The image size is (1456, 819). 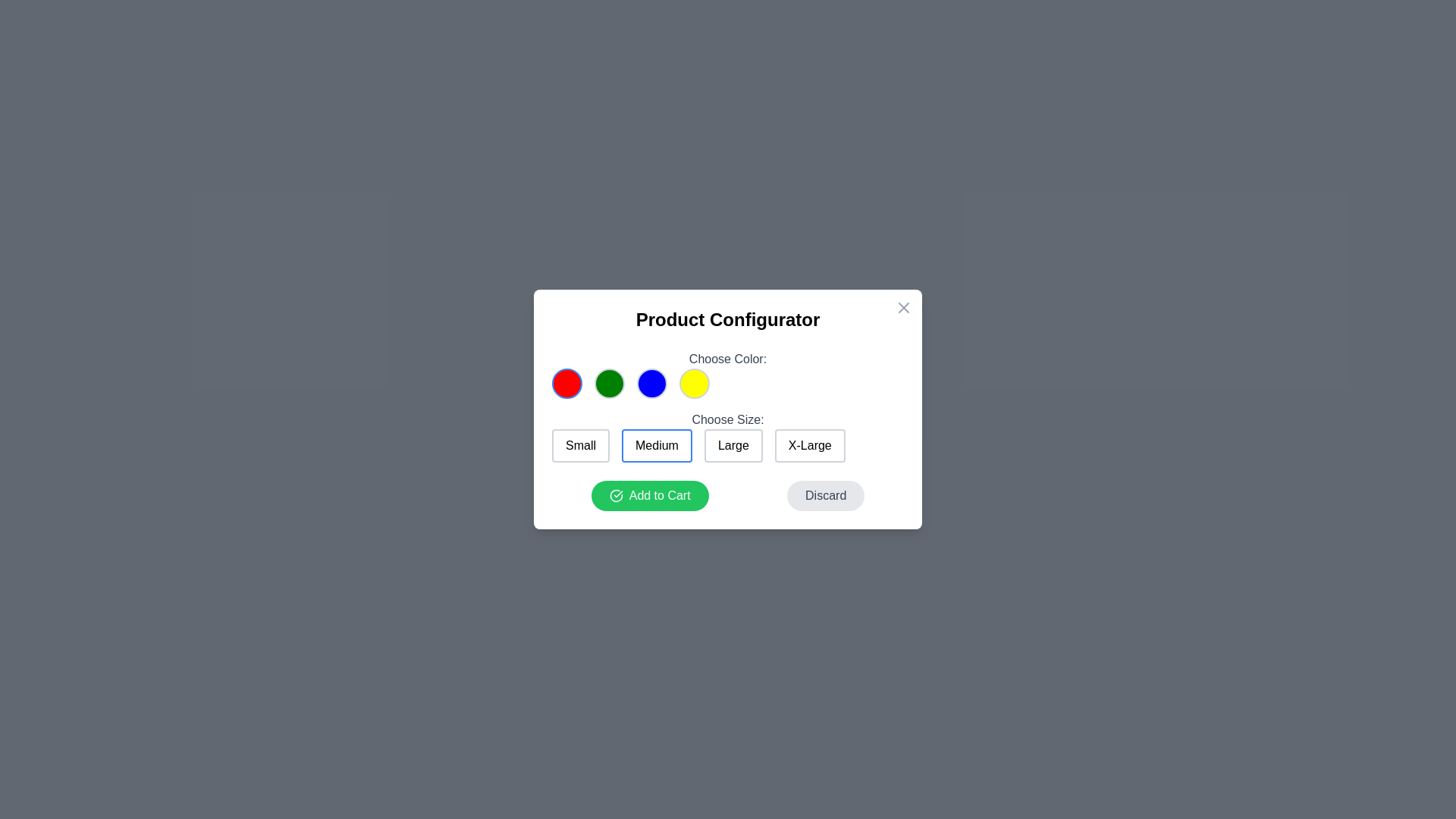 What do you see at coordinates (728, 430) in the screenshot?
I see `the 'Large' button, which is the third button in the group of size options in the product configurator interface` at bounding box center [728, 430].